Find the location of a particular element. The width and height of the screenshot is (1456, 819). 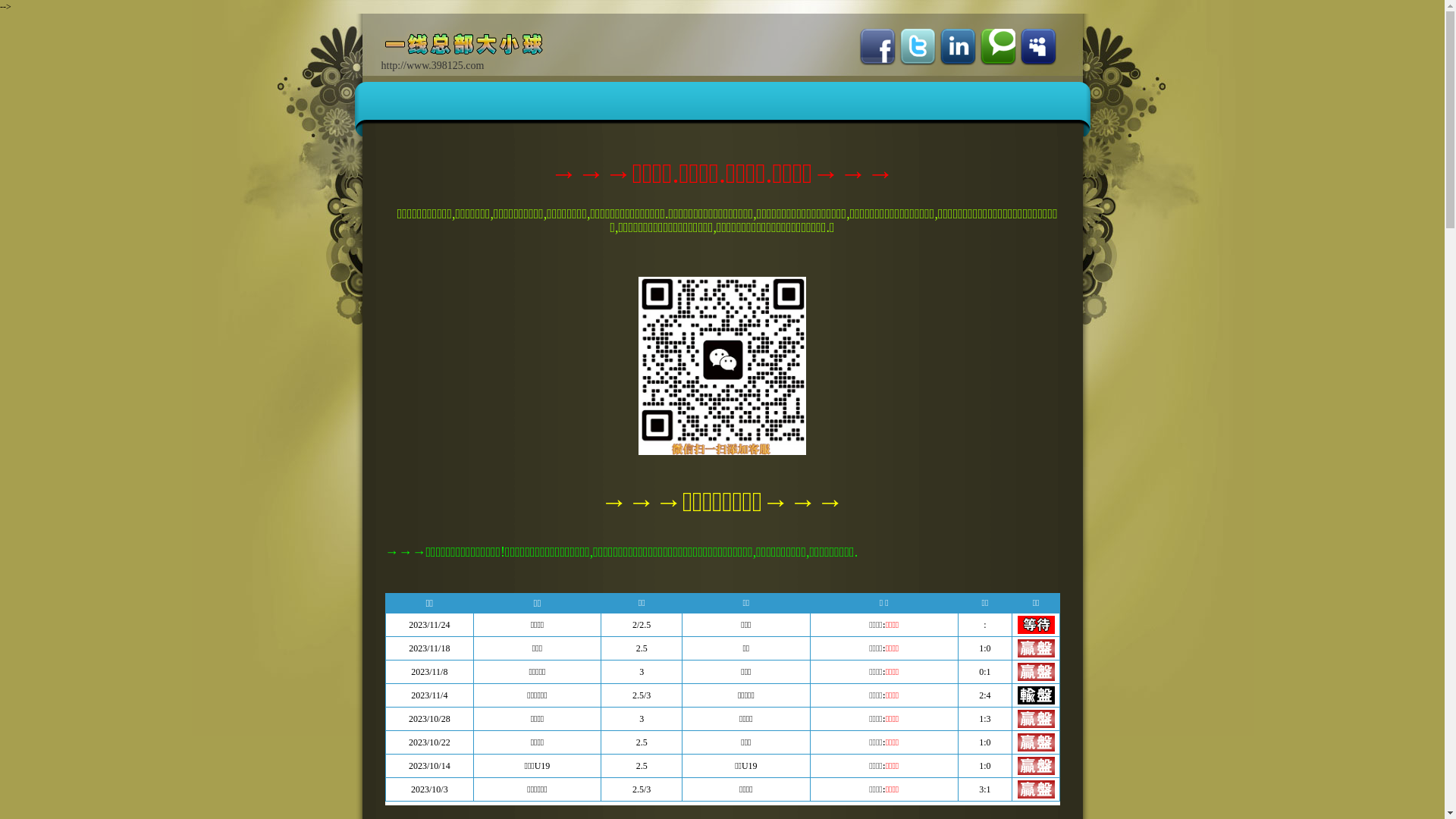

'http://www.398125.com' is located at coordinates (472, 55).